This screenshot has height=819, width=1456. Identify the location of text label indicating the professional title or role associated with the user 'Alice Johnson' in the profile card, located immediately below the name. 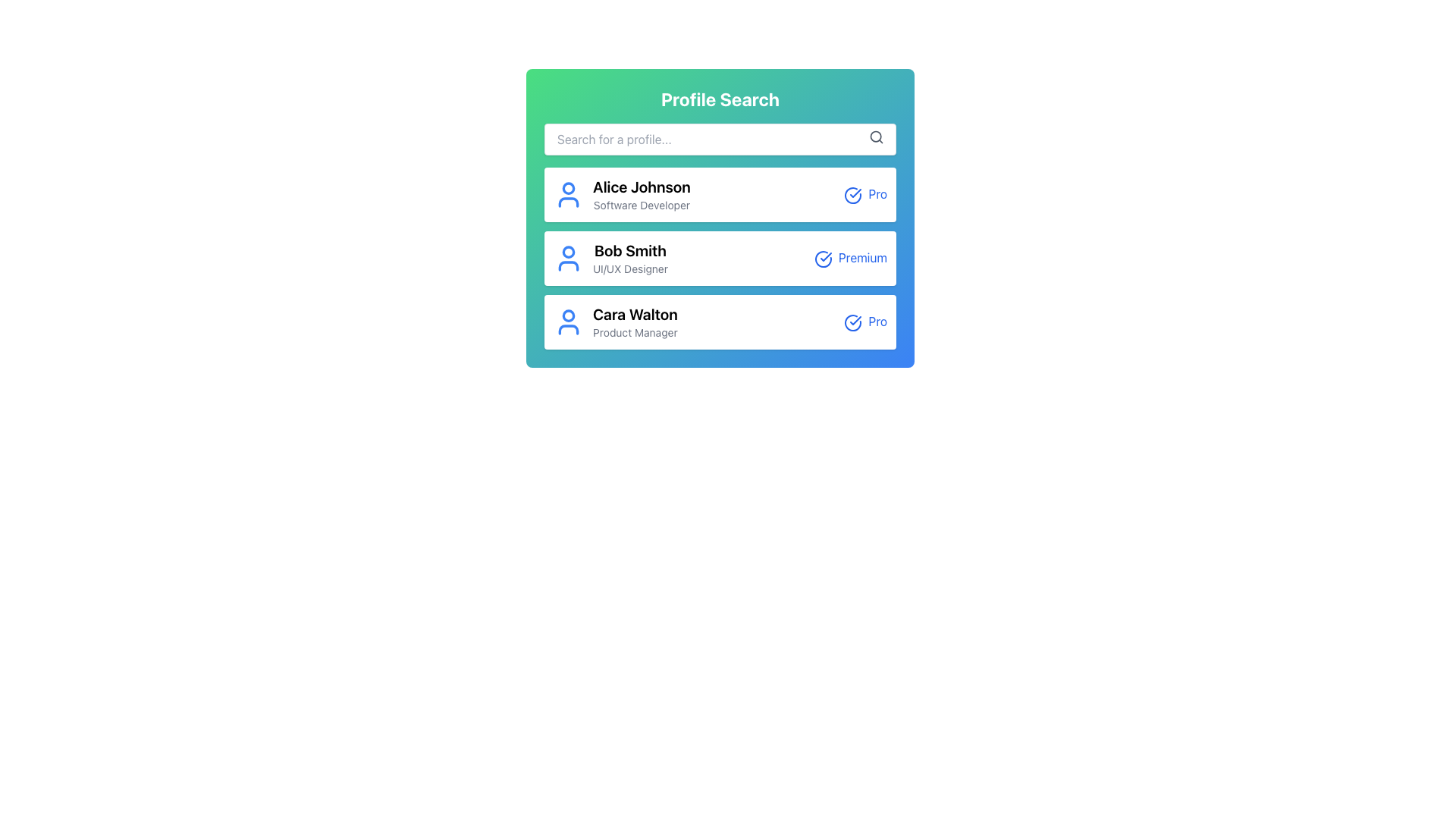
(642, 205).